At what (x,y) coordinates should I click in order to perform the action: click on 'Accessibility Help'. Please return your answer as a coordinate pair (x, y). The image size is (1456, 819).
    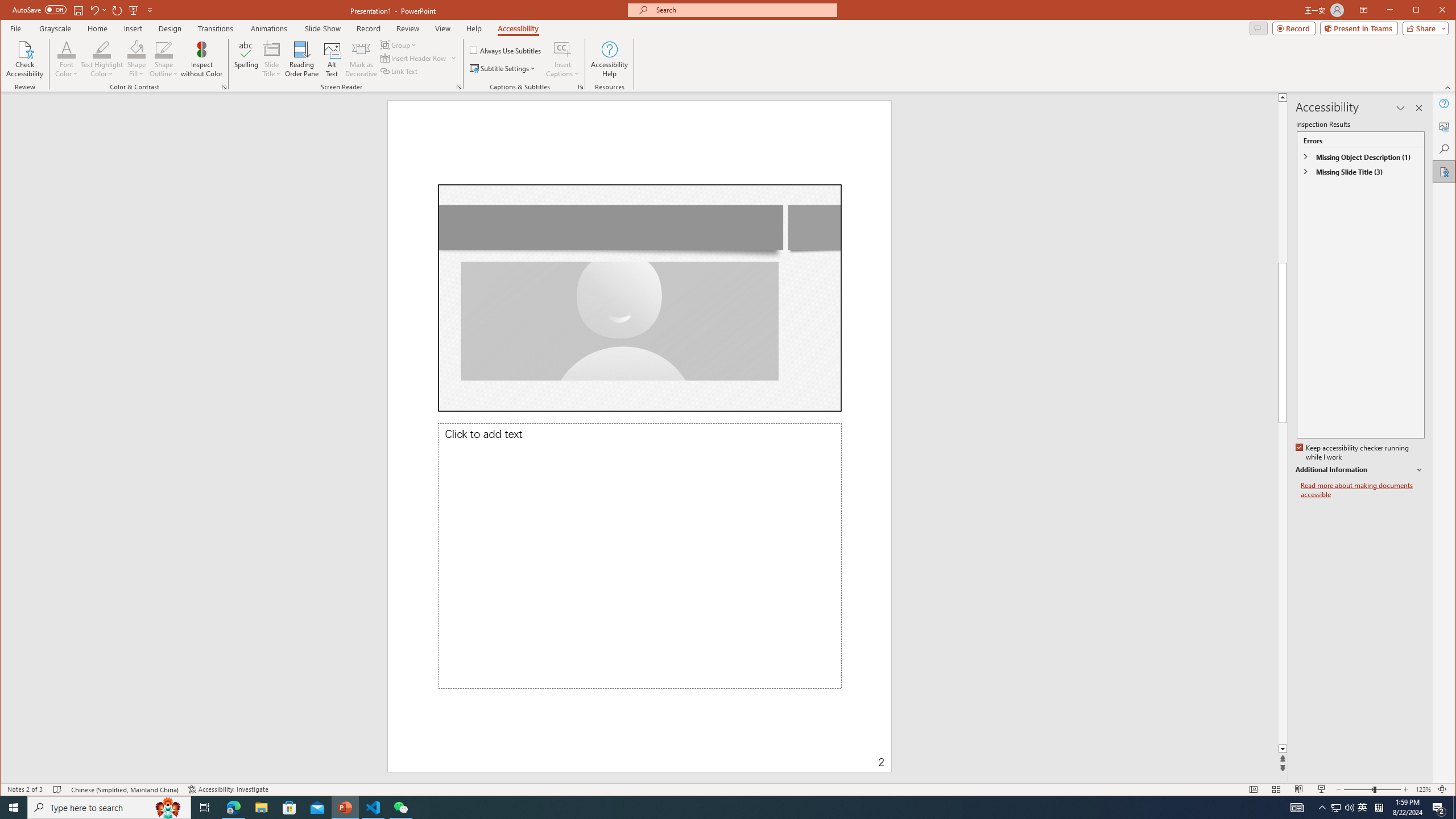
    Looking at the image, I should click on (609, 59).